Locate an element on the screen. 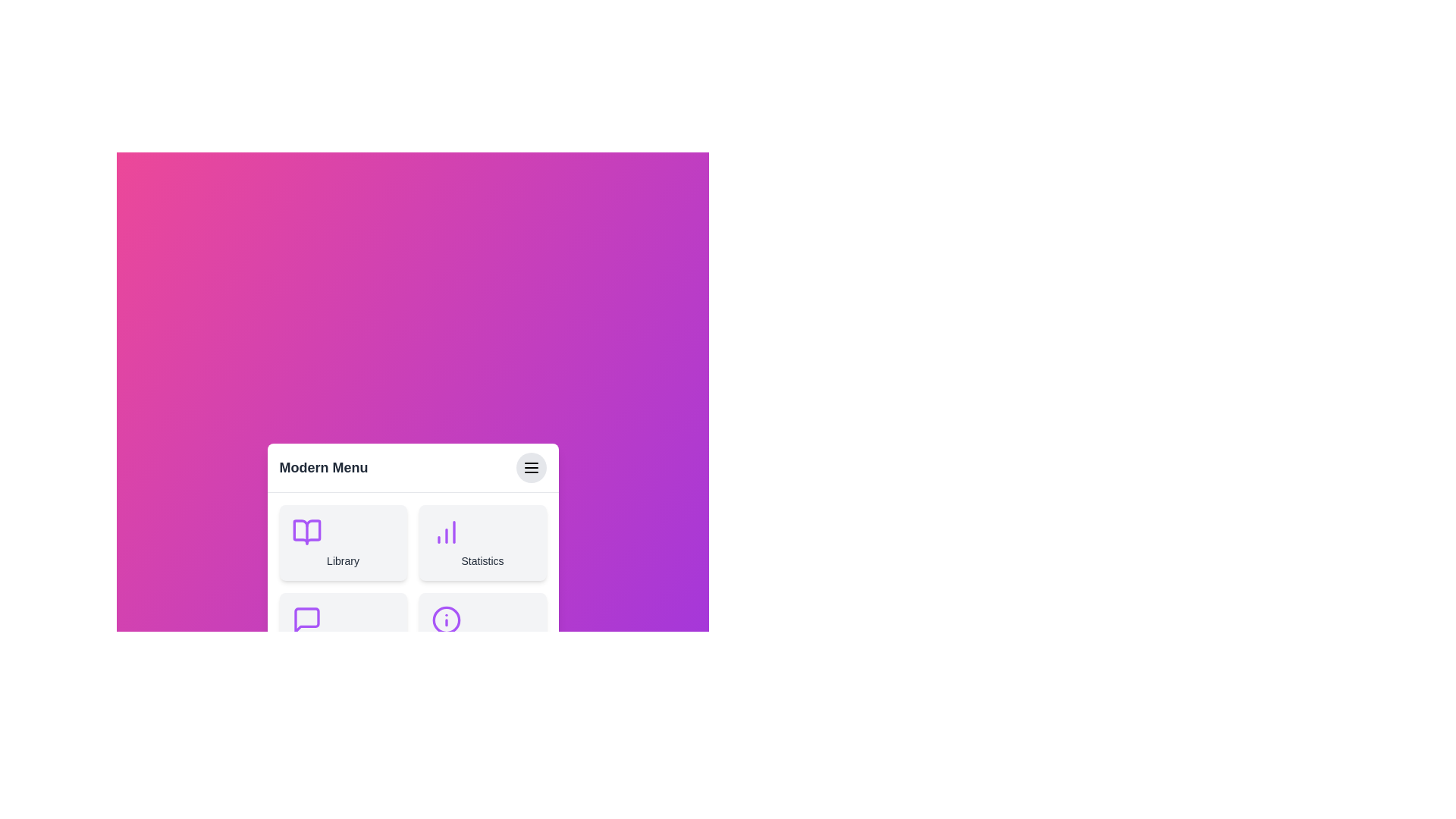  the menu item About by clicking on it is located at coordinates (482, 630).